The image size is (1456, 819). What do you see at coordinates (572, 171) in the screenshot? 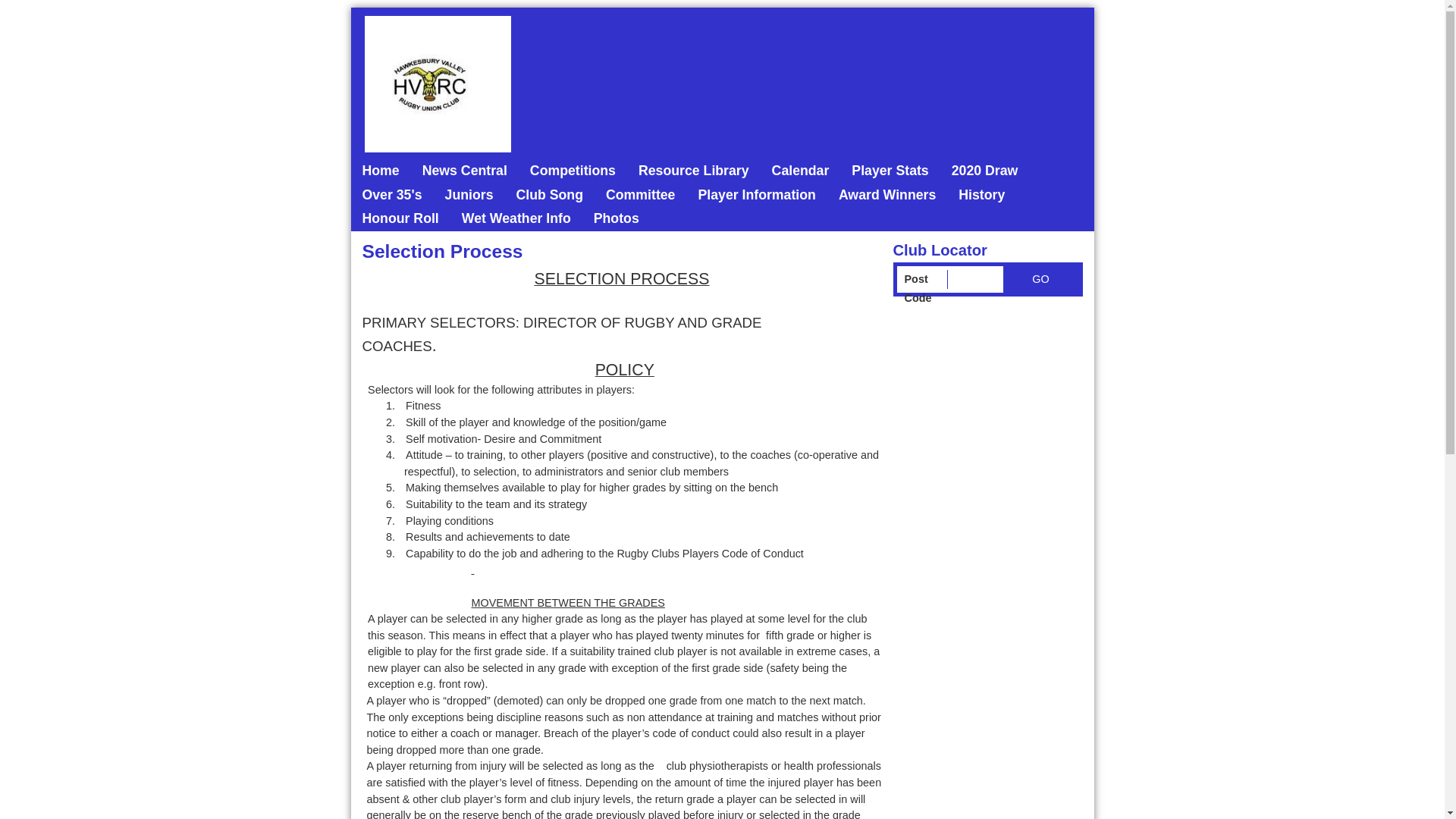
I see `'Competitions'` at bounding box center [572, 171].